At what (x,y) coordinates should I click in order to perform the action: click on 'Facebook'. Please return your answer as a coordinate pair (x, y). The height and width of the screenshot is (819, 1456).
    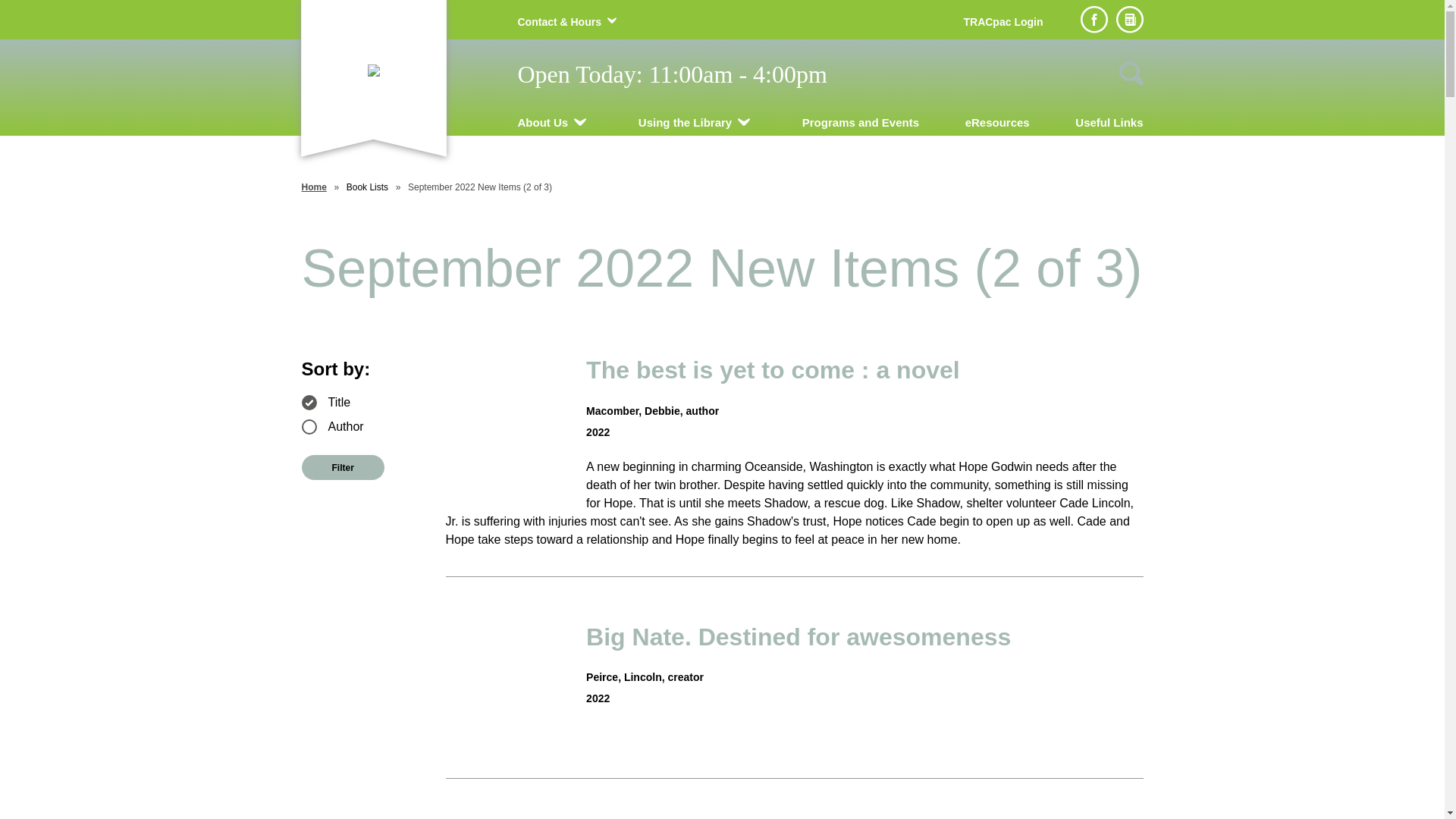
    Looking at the image, I should click on (1080, 20).